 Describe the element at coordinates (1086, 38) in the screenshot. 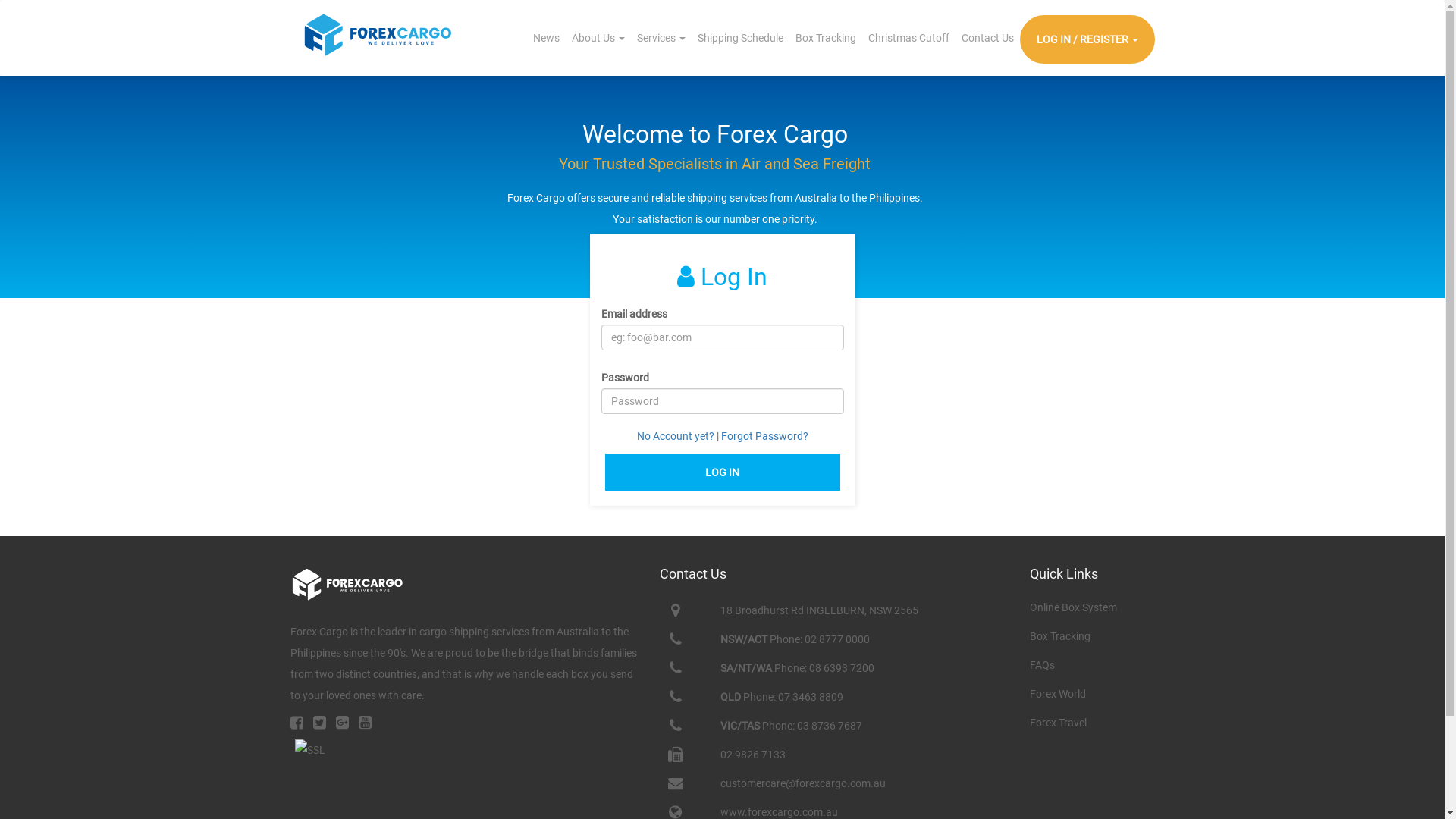

I see `'LOG IN / REGISTER'` at that location.